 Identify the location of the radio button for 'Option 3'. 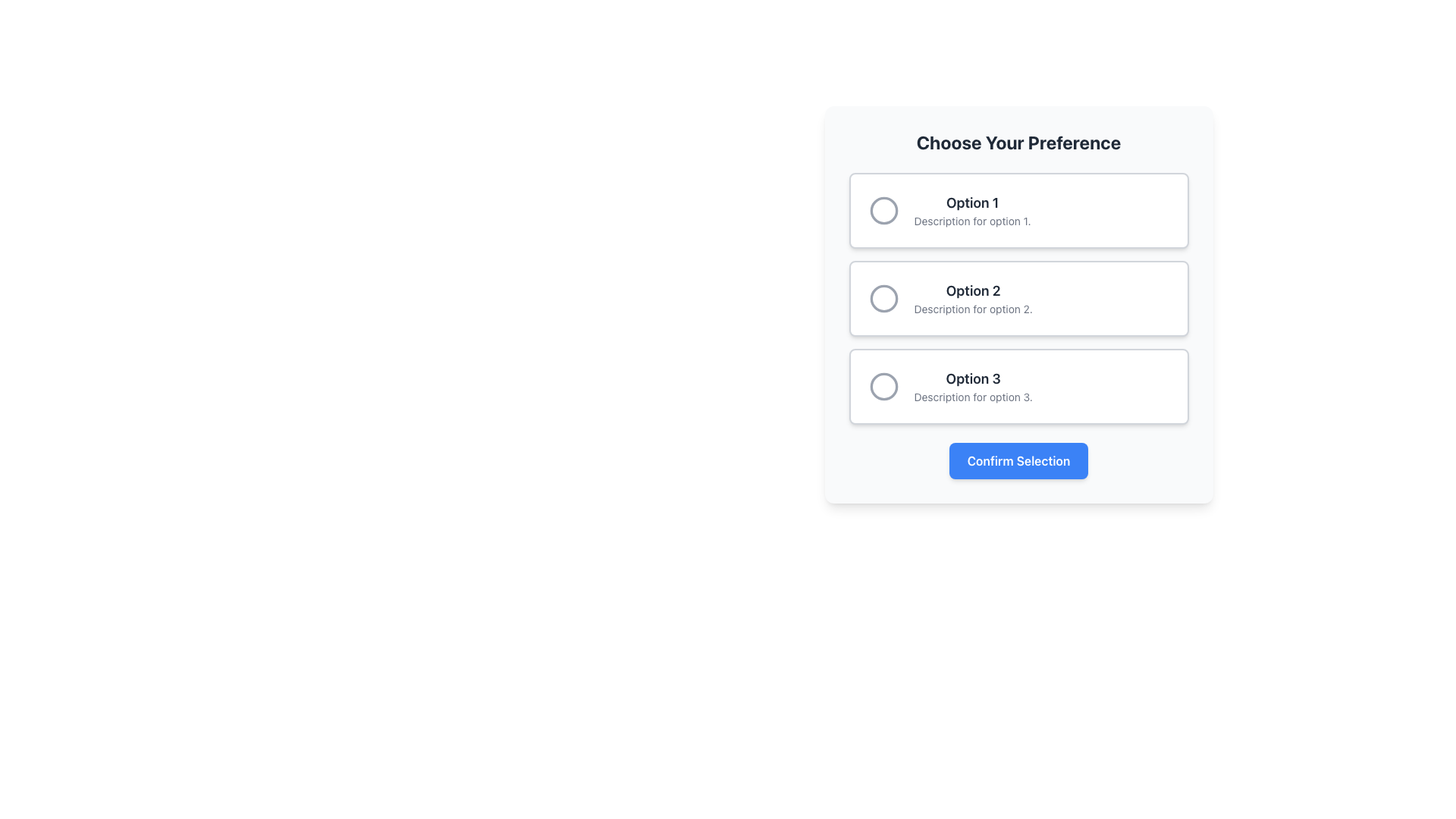
(883, 385).